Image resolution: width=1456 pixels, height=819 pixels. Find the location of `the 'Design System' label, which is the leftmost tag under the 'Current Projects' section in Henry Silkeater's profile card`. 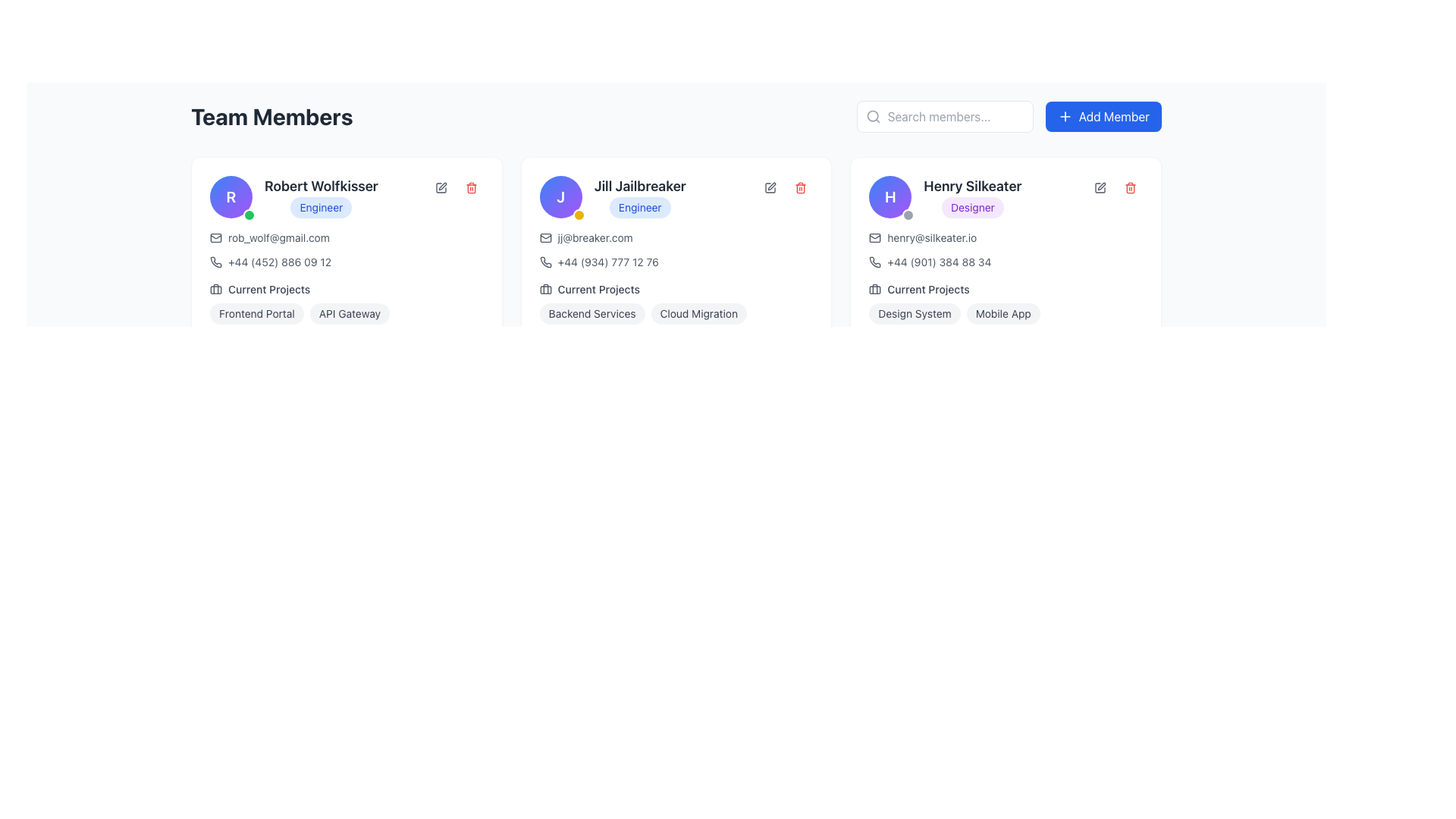

the 'Design System' label, which is the leftmost tag under the 'Current Projects' section in Henry Silkeater's profile card is located at coordinates (914, 312).